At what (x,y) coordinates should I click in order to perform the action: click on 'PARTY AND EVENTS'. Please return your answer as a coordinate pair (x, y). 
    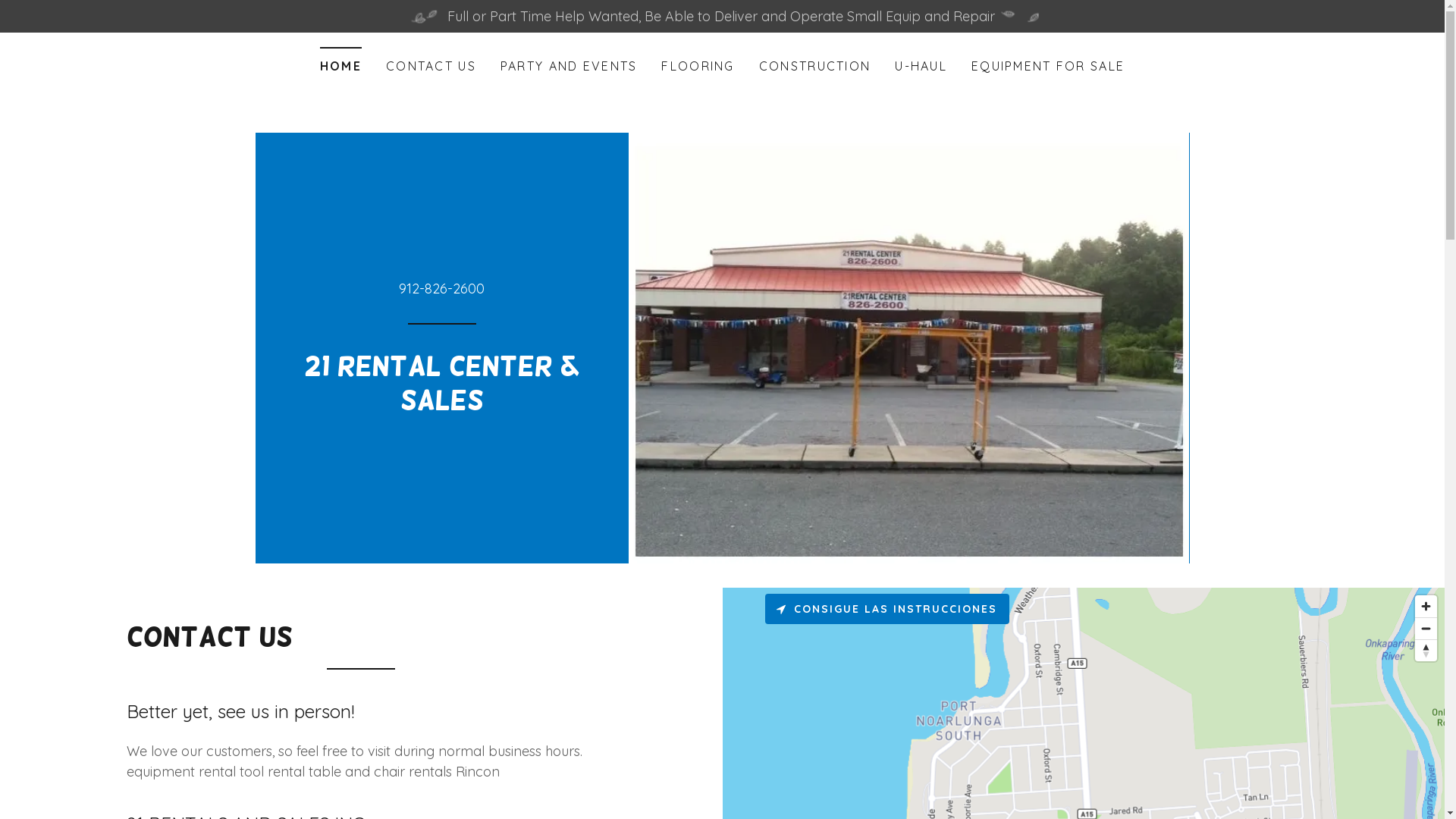
    Looking at the image, I should click on (568, 65).